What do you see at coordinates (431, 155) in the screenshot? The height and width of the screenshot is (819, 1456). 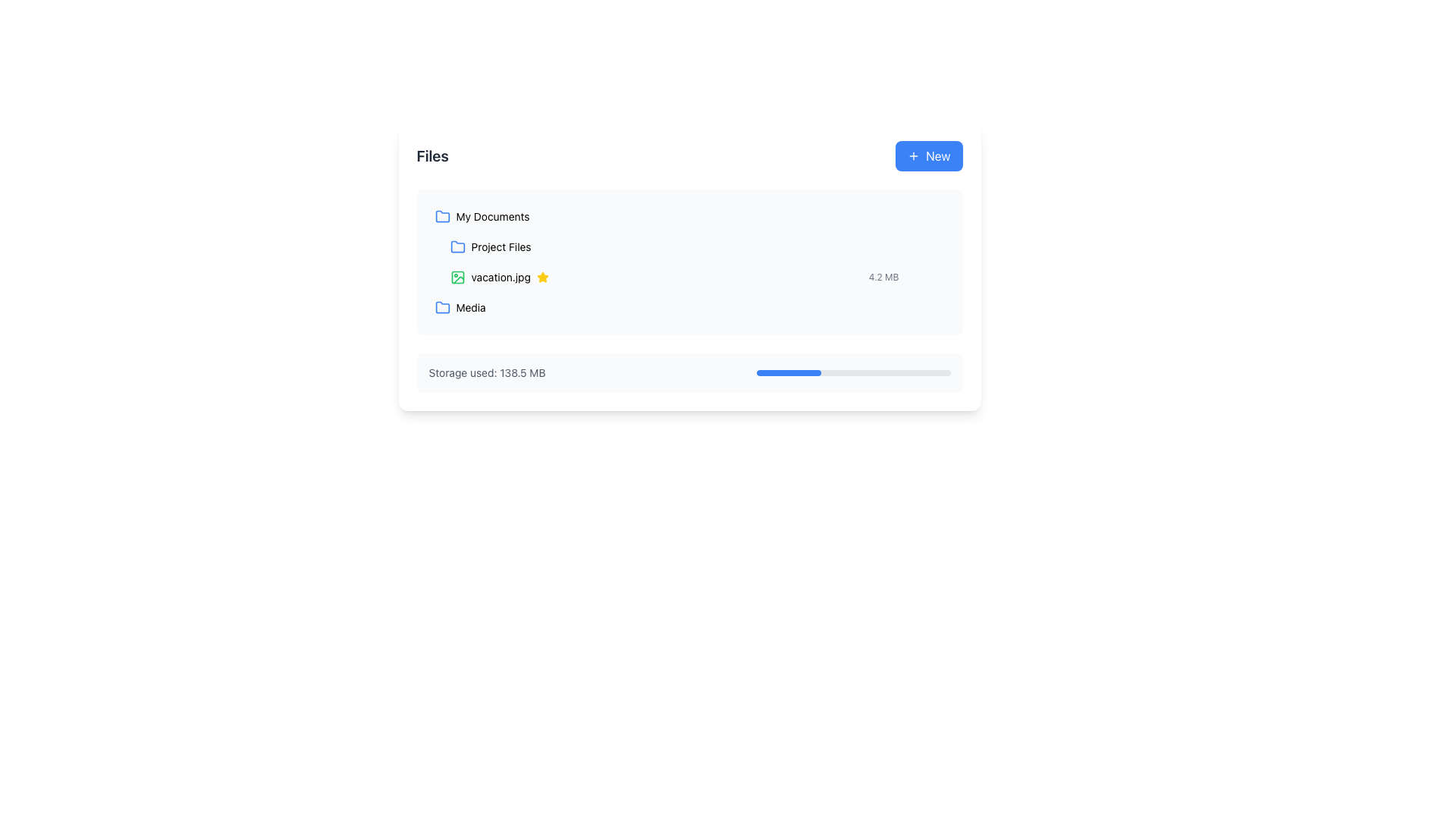 I see `text displayed in the Text Label that serves as a title or header for the files section, located at the far left of the top bar before the 'New' button` at bounding box center [431, 155].